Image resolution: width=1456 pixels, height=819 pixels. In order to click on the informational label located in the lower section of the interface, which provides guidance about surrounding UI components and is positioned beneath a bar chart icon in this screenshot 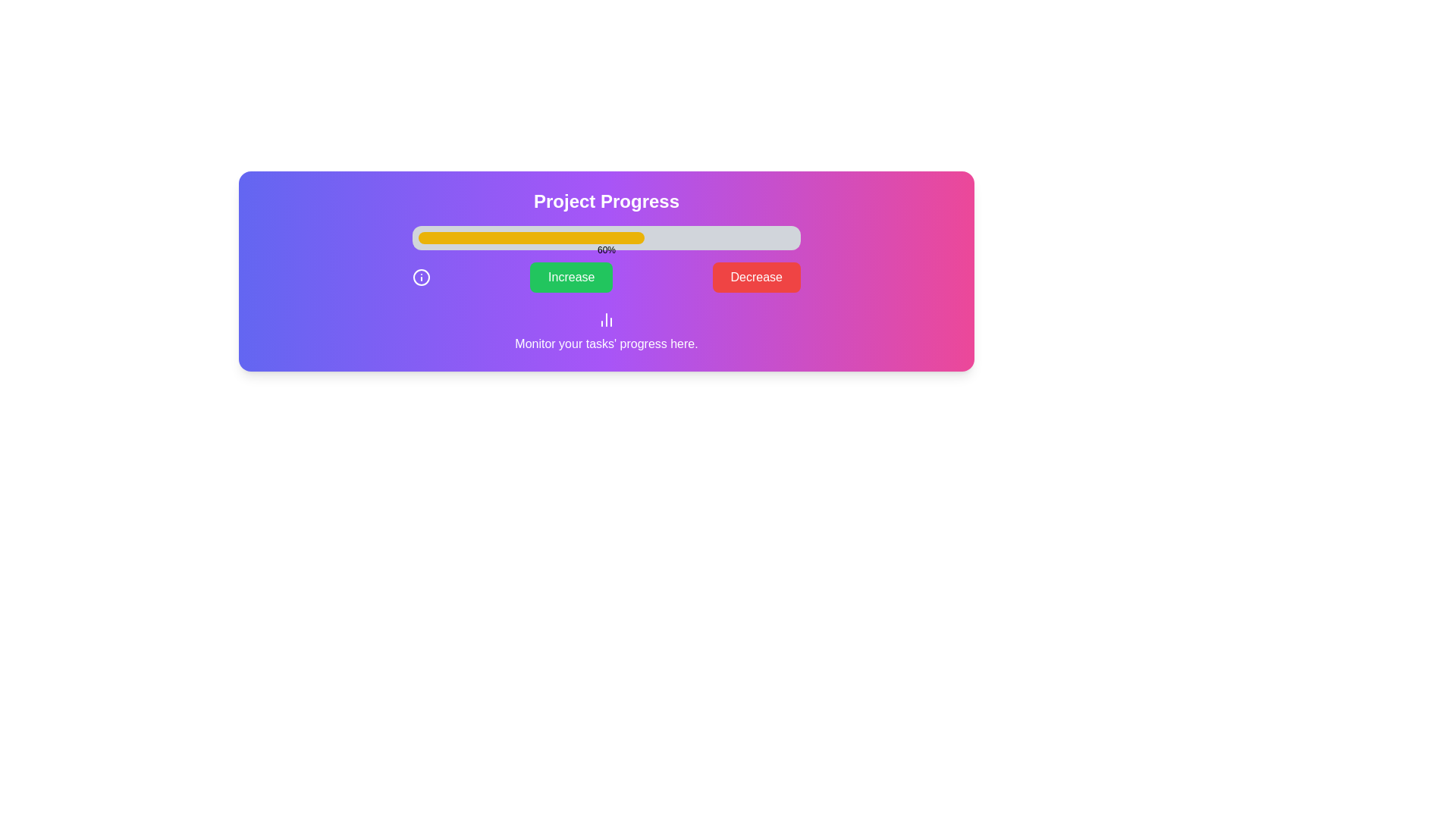, I will do `click(607, 344)`.